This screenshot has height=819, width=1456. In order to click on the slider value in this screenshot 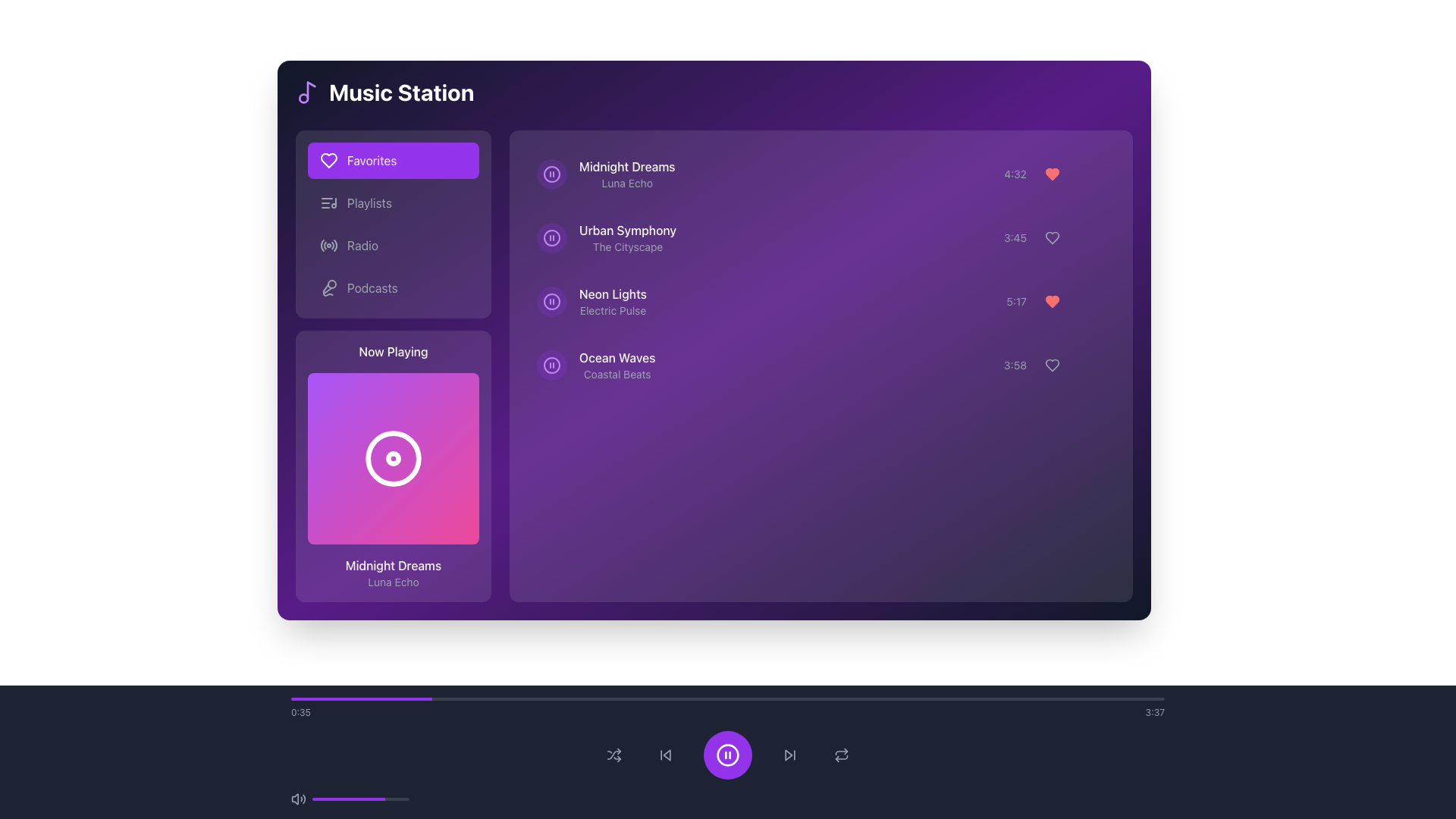, I will do `click(386, 798)`.